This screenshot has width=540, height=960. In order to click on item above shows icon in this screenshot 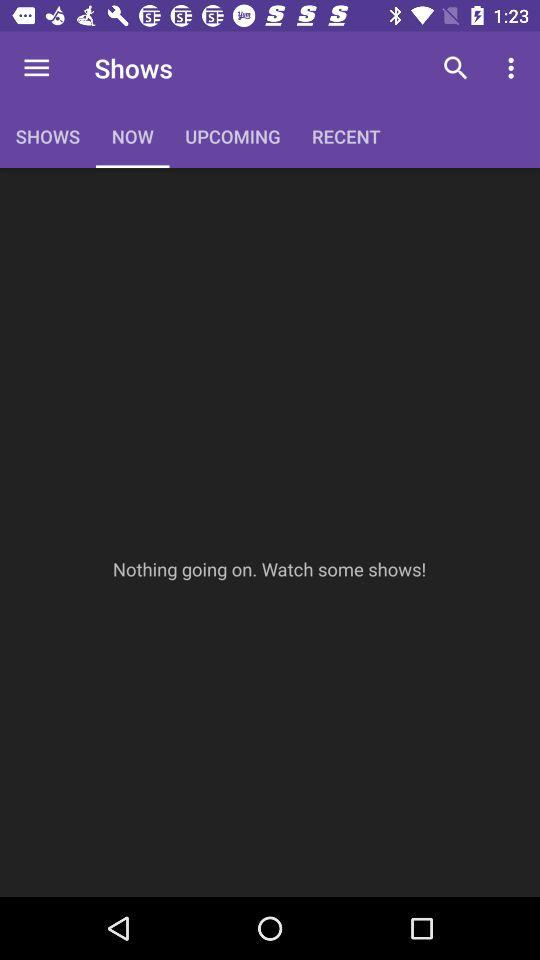, I will do `click(36, 68)`.